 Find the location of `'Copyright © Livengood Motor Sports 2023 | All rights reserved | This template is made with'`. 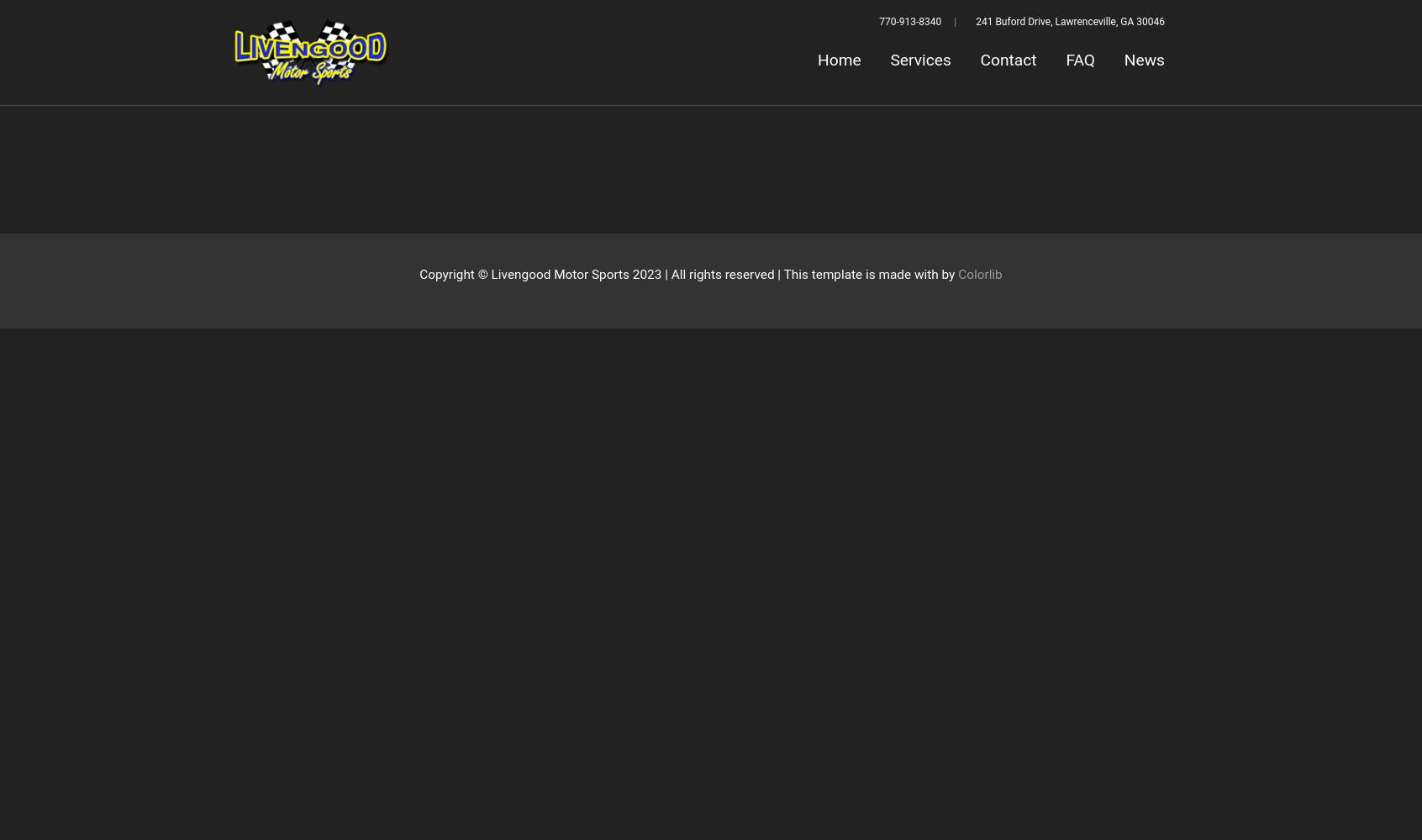

'Copyright © Livengood Motor Sports 2023 | All rights reserved | This template is made with' is located at coordinates (680, 274).